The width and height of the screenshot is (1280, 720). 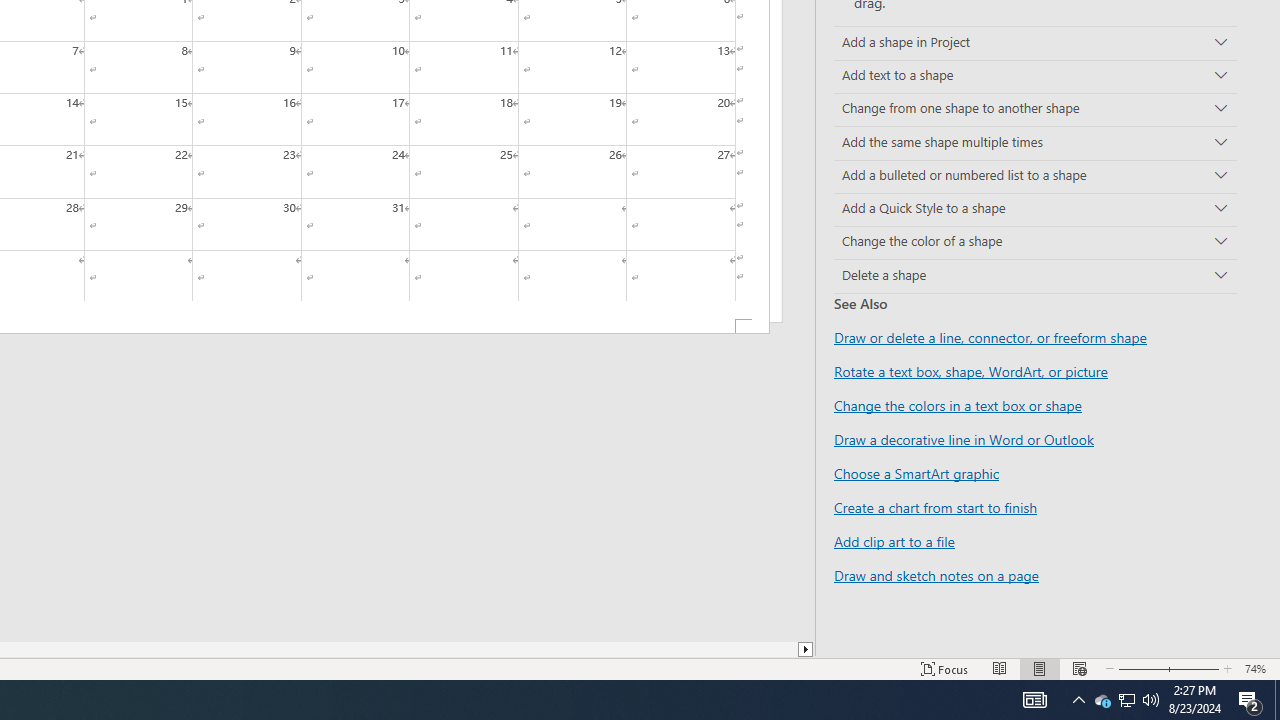 What do you see at coordinates (1035, 142) in the screenshot?
I see `'Add the same shape multiple times'` at bounding box center [1035, 142].